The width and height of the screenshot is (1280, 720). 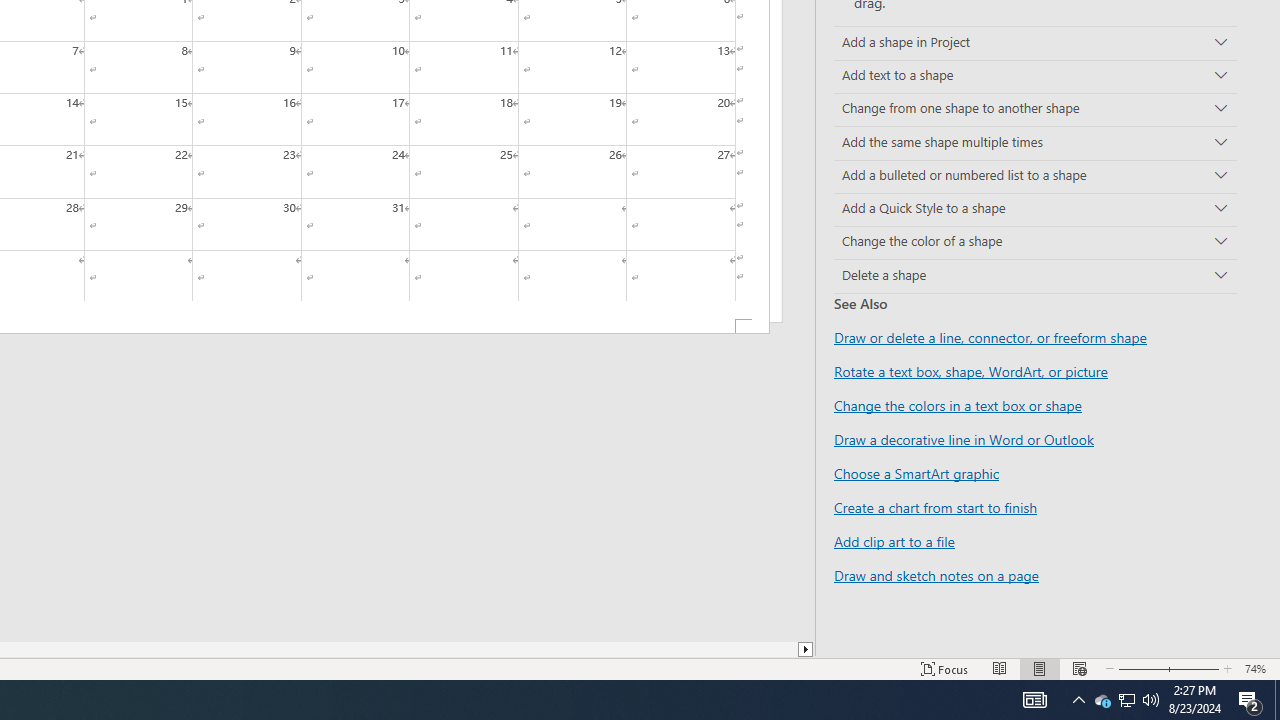 What do you see at coordinates (1035, 142) in the screenshot?
I see `'Add the same shape multiple times'` at bounding box center [1035, 142].